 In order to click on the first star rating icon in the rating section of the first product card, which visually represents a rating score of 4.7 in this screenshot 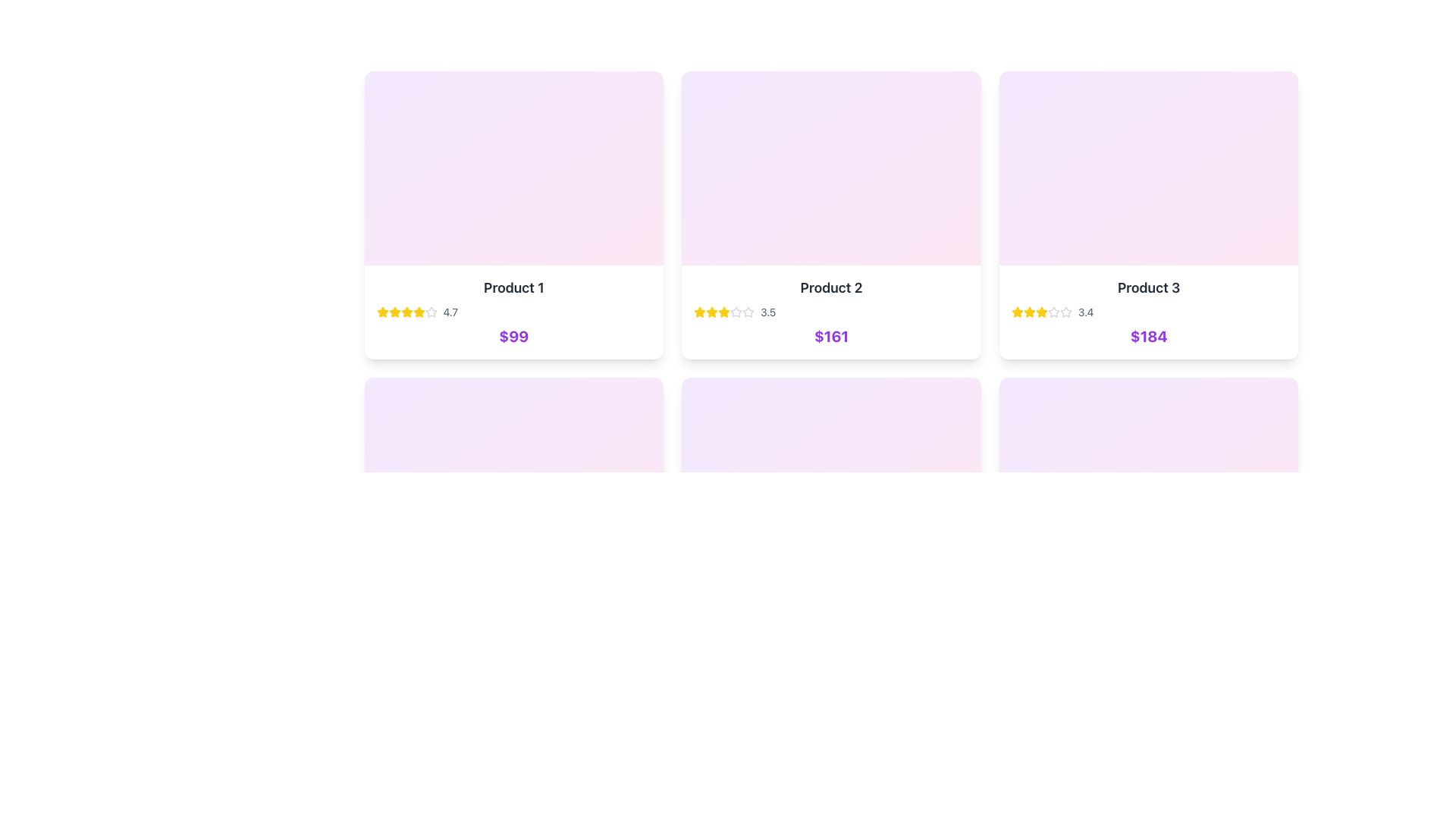, I will do `click(382, 312)`.